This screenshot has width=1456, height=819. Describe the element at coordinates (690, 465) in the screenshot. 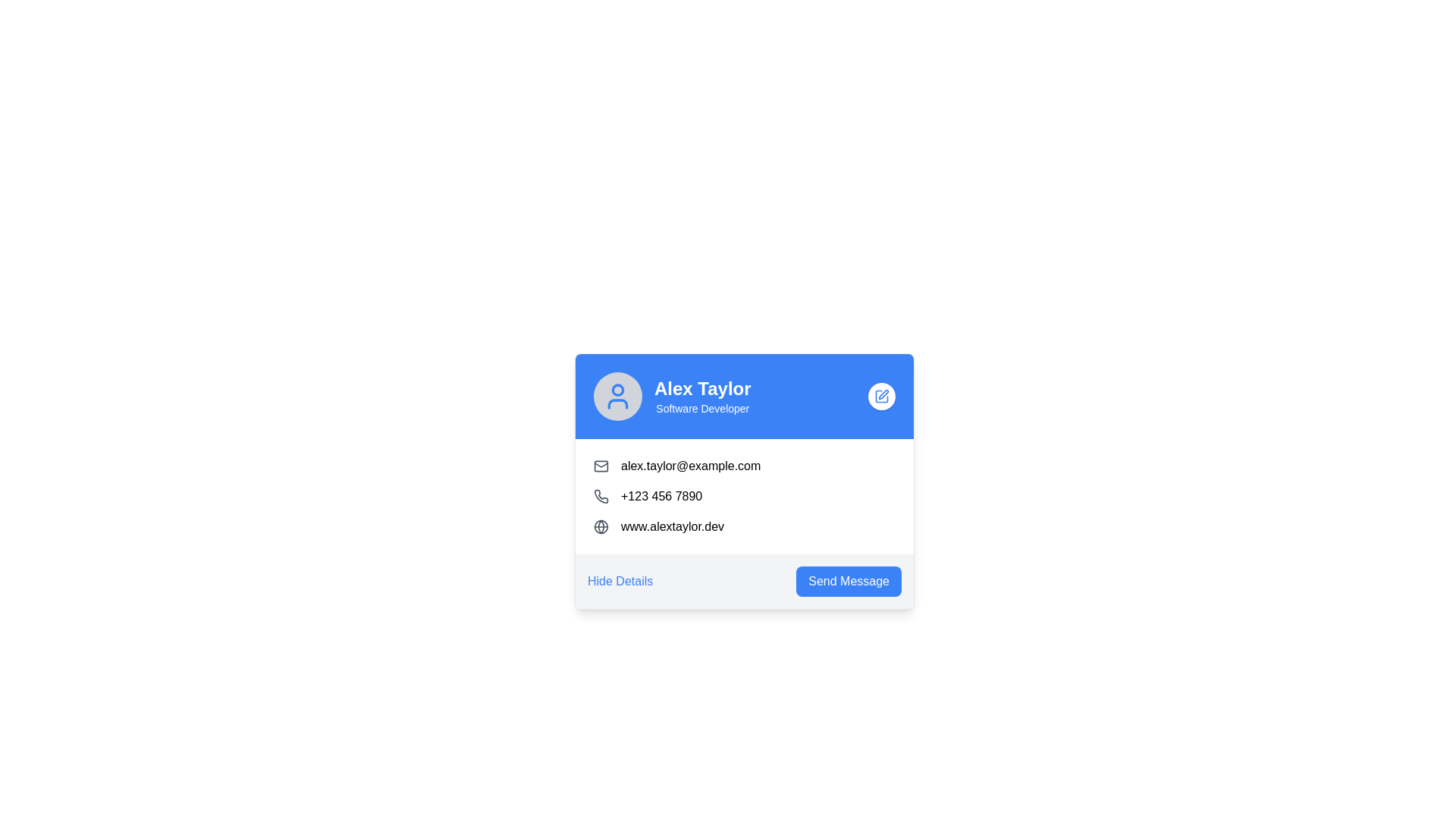

I see `the text label displaying 'alex.taylor@example.com' to show the context menu` at that location.